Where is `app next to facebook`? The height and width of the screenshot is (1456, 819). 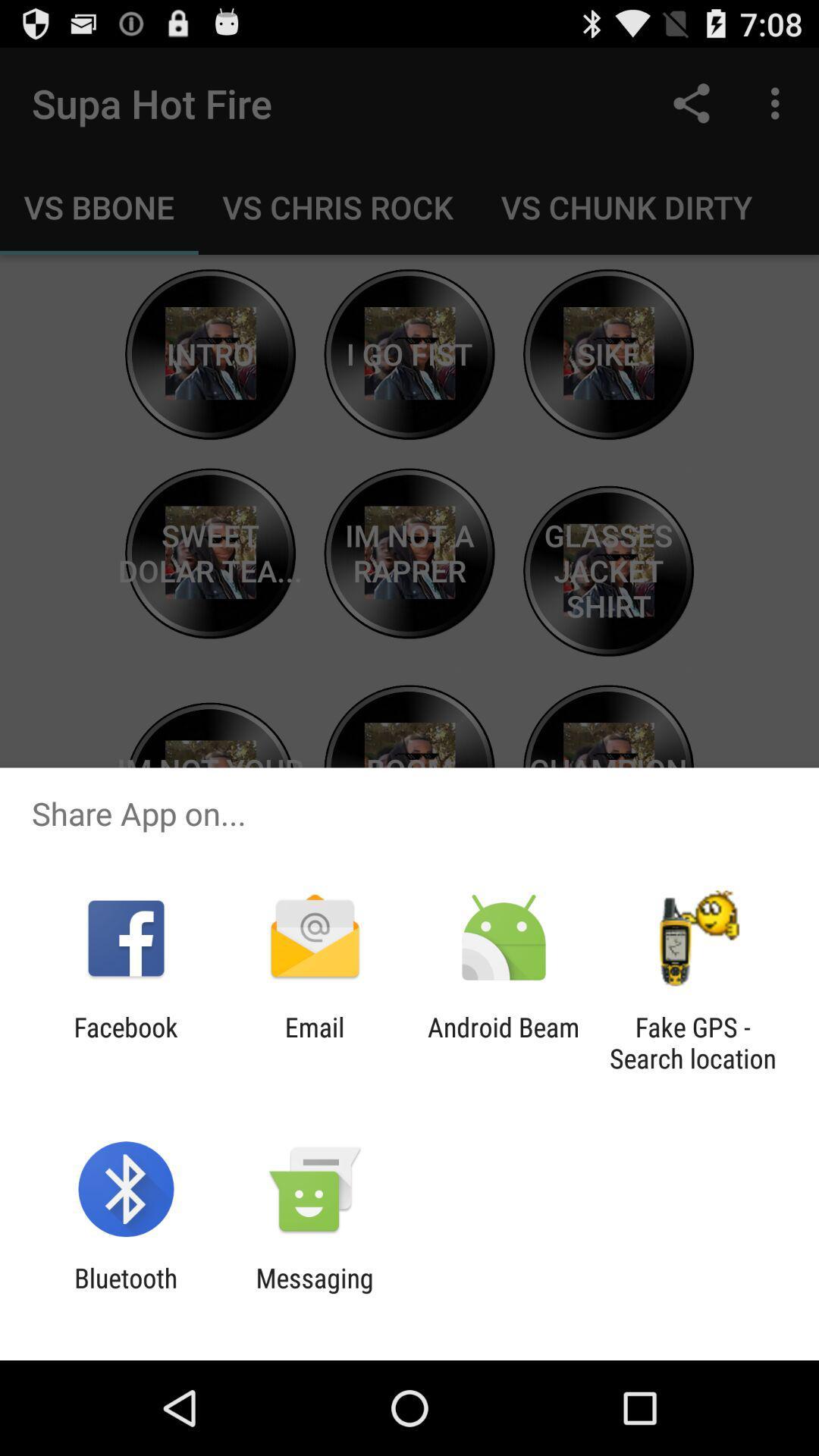
app next to facebook is located at coordinates (314, 1042).